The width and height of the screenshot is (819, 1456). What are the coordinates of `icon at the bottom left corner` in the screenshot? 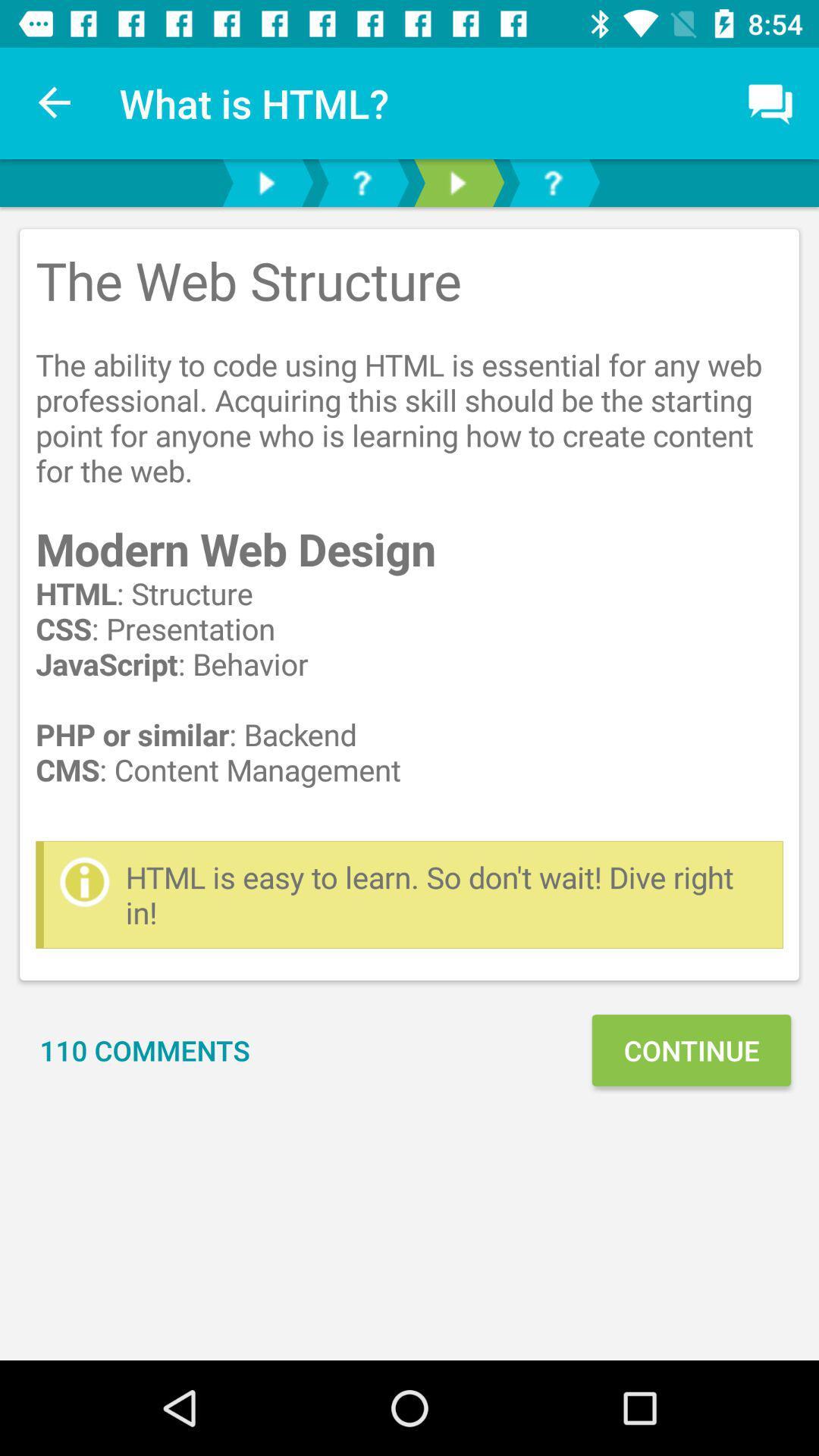 It's located at (145, 1050).